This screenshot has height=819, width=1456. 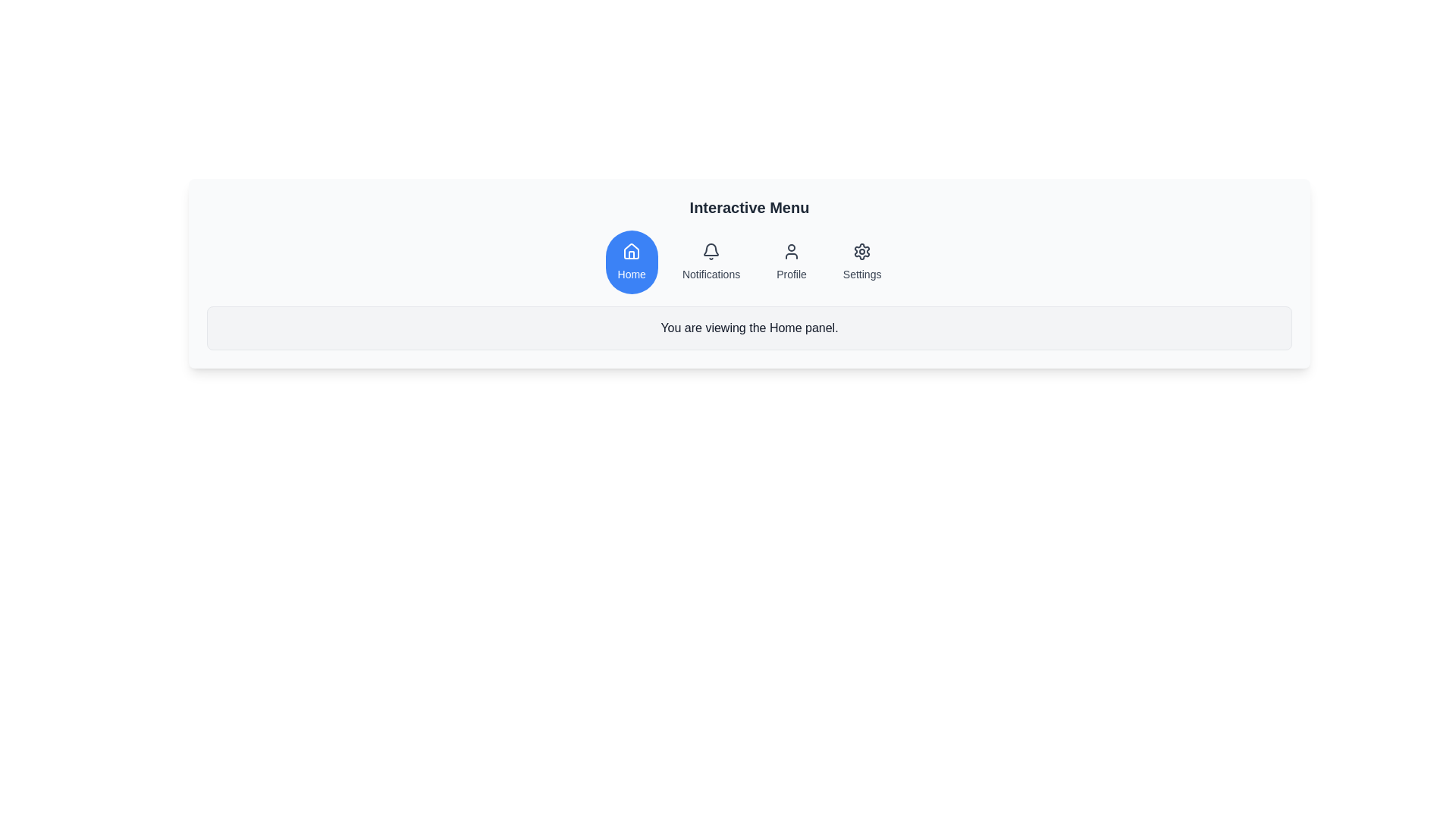 What do you see at coordinates (711, 275) in the screenshot?
I see `the 'Notifications' static text label located in the centered interactive menu bar, positioned directly beneath the notification bell icon and second from the left` at bounding box center [711, 275].